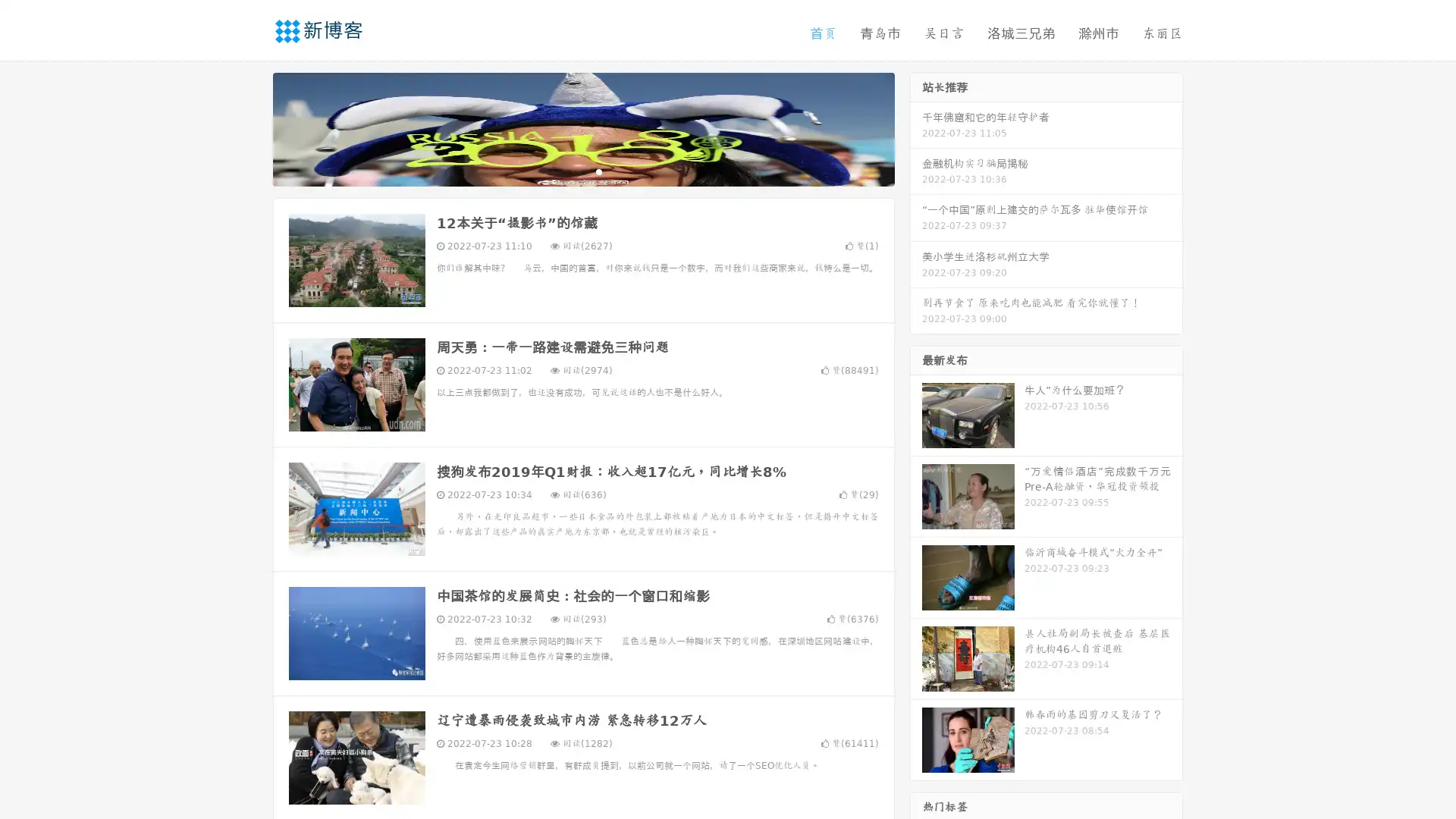 The width and height of the screenshot is (1456, 819). What do you see at coordinates (567, 171) in the screenshot?
I see `Go to slide 1` at bounding box center [567, 171].